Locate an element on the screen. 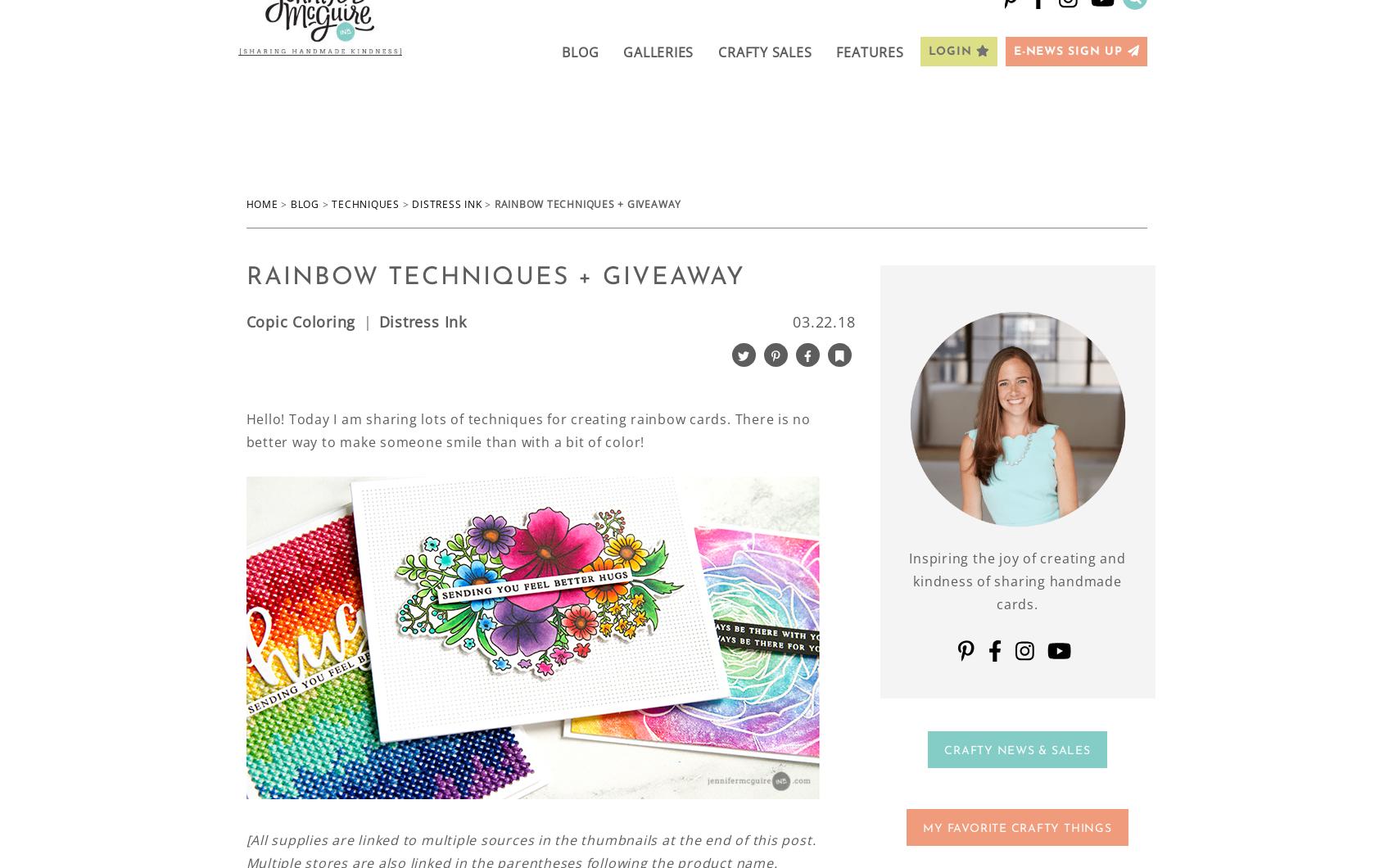 This screenshot has width=1393, height=868. '[All supplies are linked to multiple sources in the thumbnails at the end of this post.' is located at coordinates (530, 839).